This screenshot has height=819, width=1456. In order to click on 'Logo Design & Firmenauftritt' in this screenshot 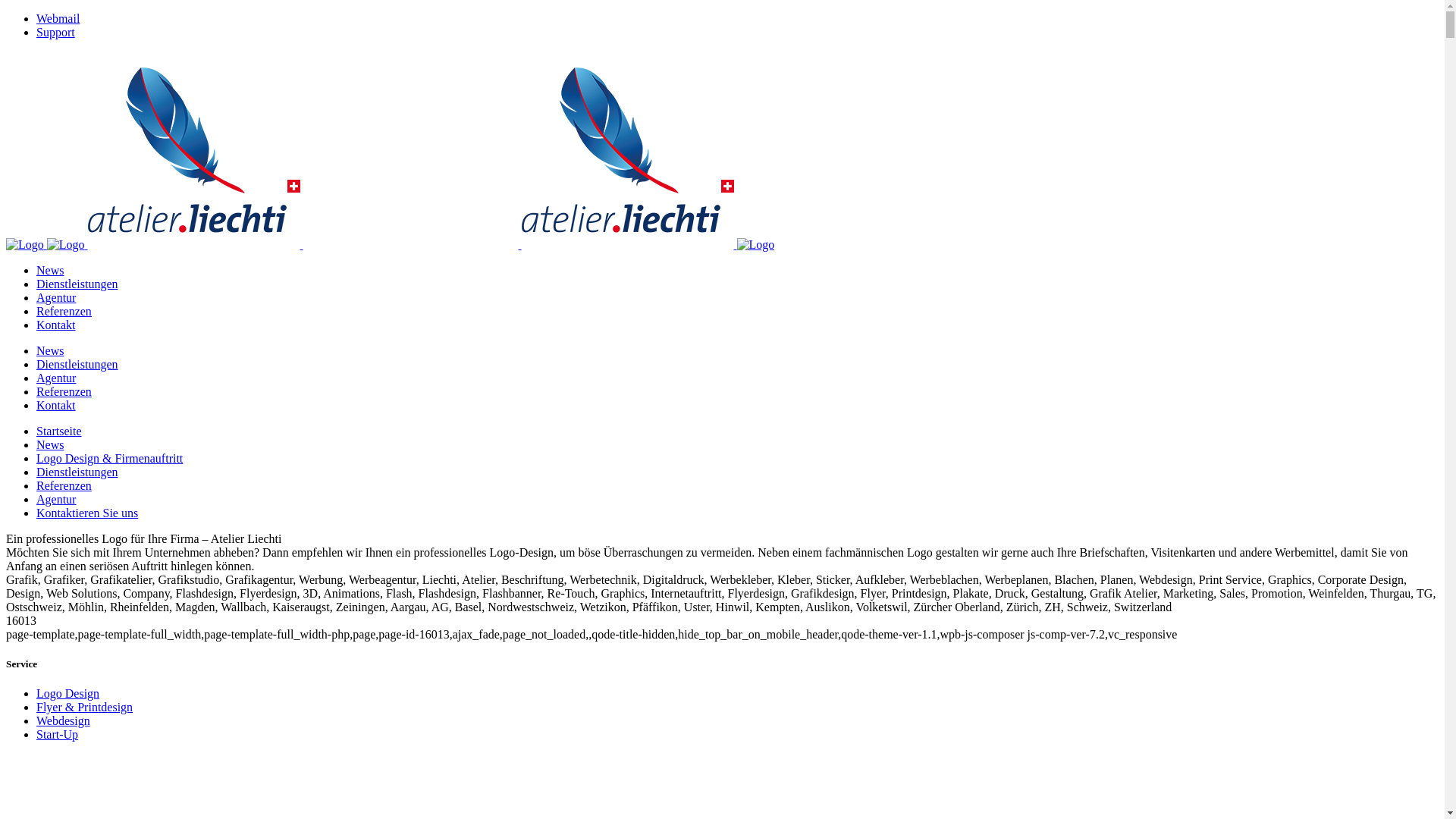, I will do `click(108, 457)`.